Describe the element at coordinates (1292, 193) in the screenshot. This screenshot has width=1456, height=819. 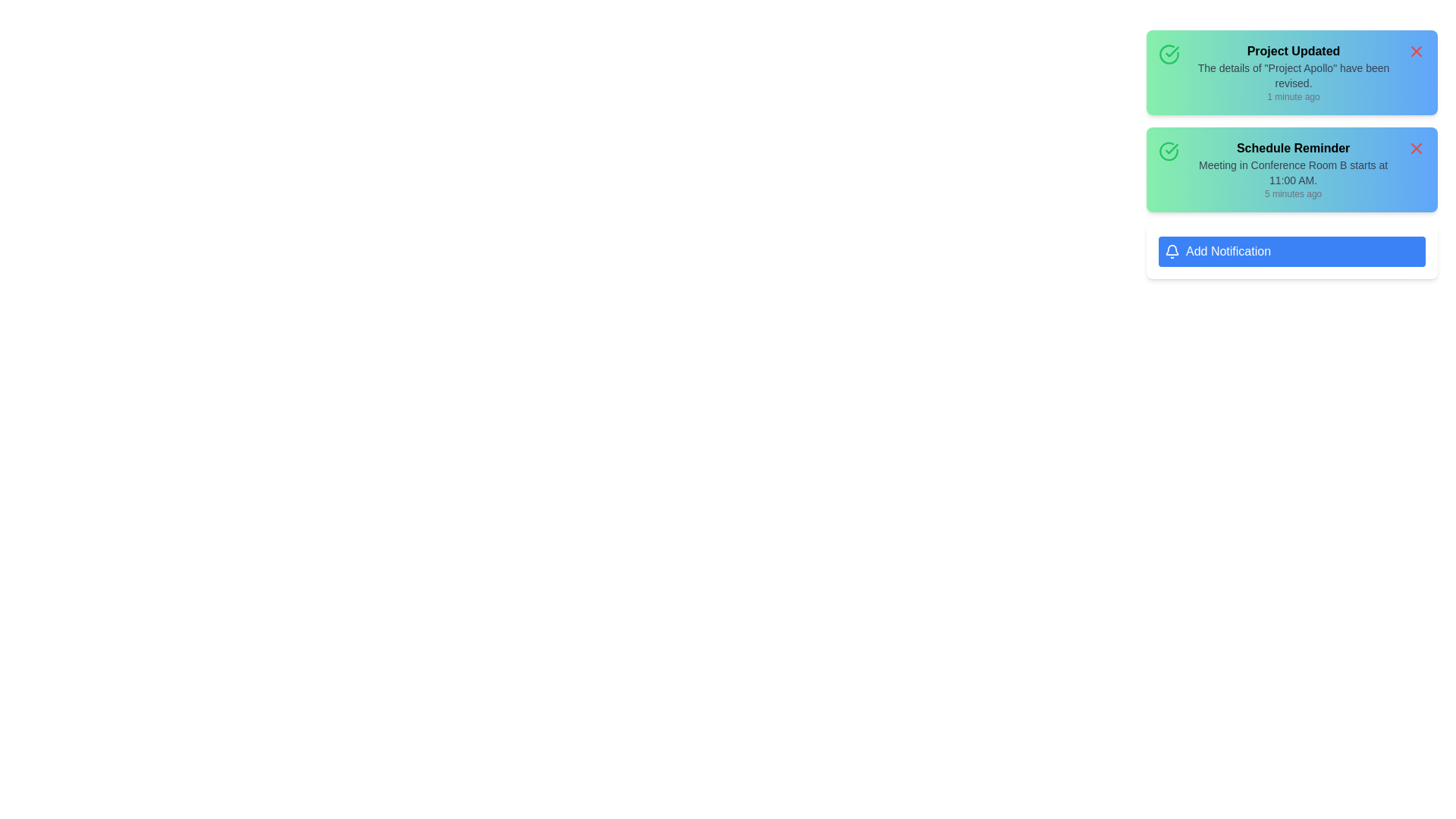
I see `the timestamp of the notification titled 'Schedule Reminder'` at that location.